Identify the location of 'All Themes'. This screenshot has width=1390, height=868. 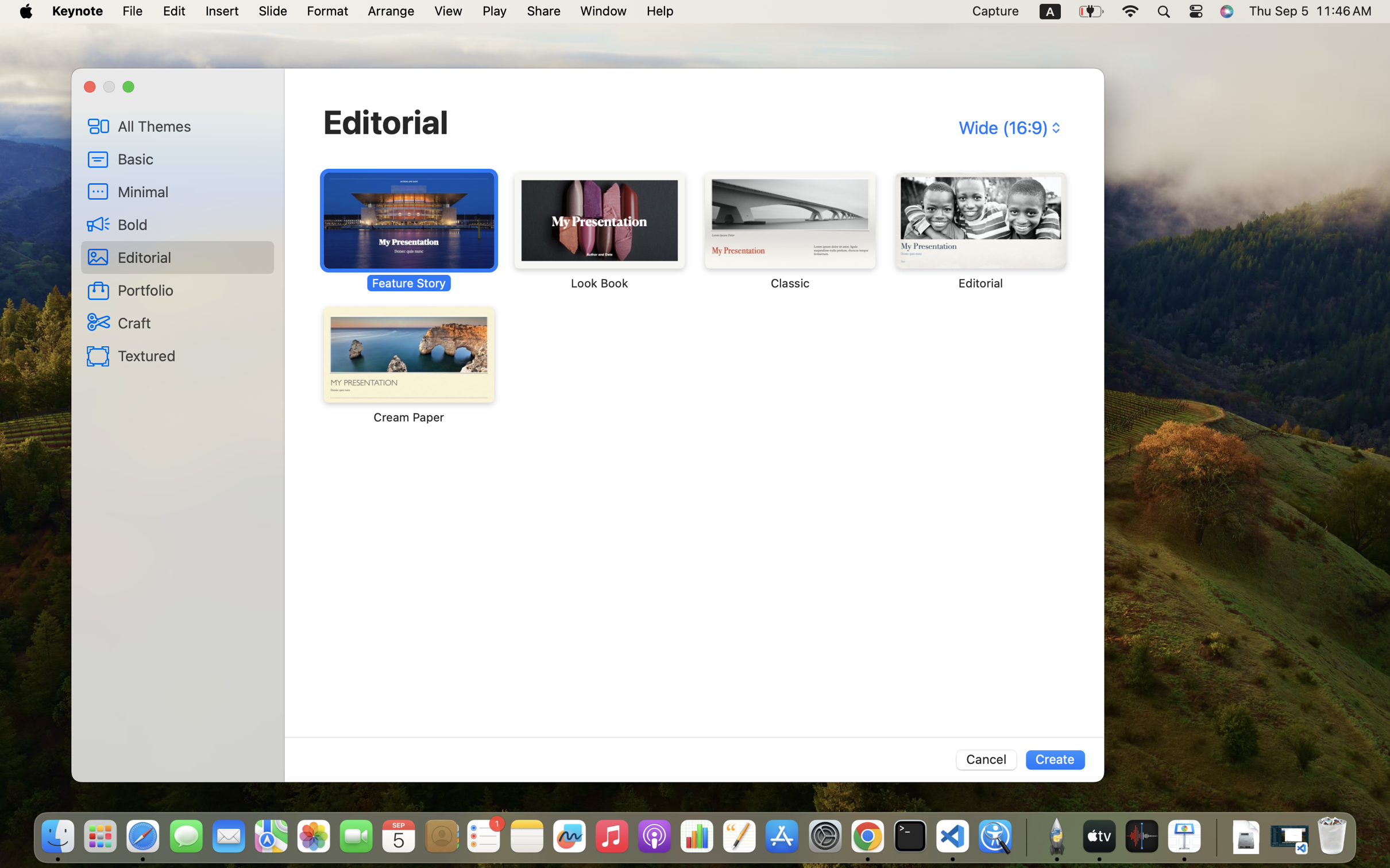
(192, 125).